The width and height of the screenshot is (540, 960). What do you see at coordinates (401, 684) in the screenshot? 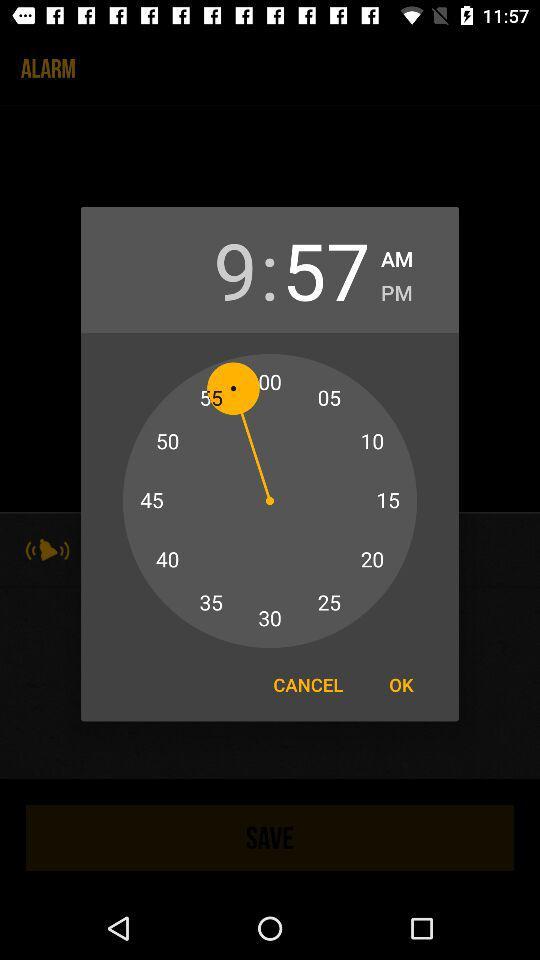
I see `ok icon` at bounding box center [401, 684].